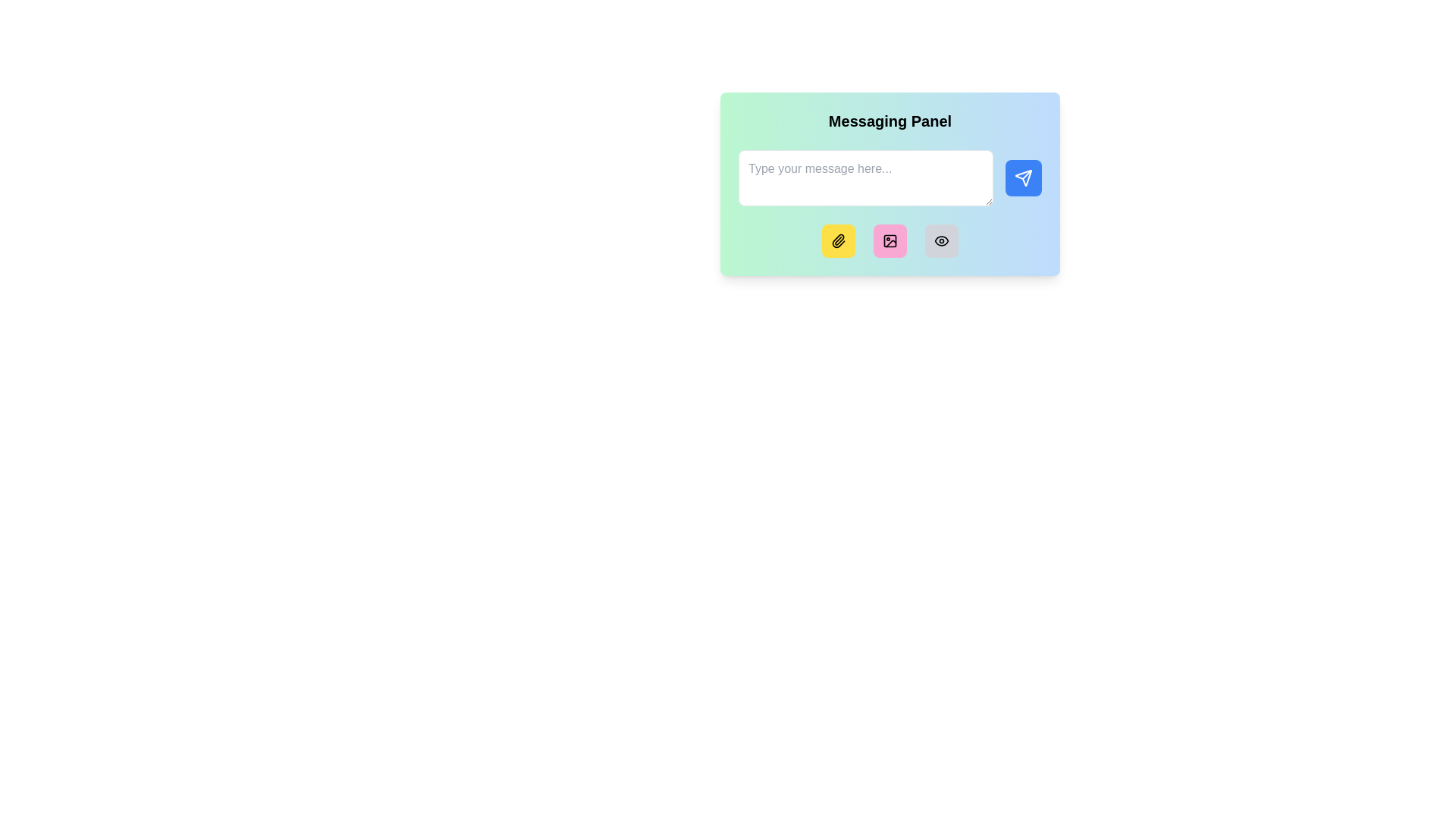 The height and width of the screenshot is (819, 1456). I want to click on the visibility toggle button located as the last button in a horizontal row of three buttons beneath a text input field, positioned to the right of a pink button with an image icon, so click(941, 240).